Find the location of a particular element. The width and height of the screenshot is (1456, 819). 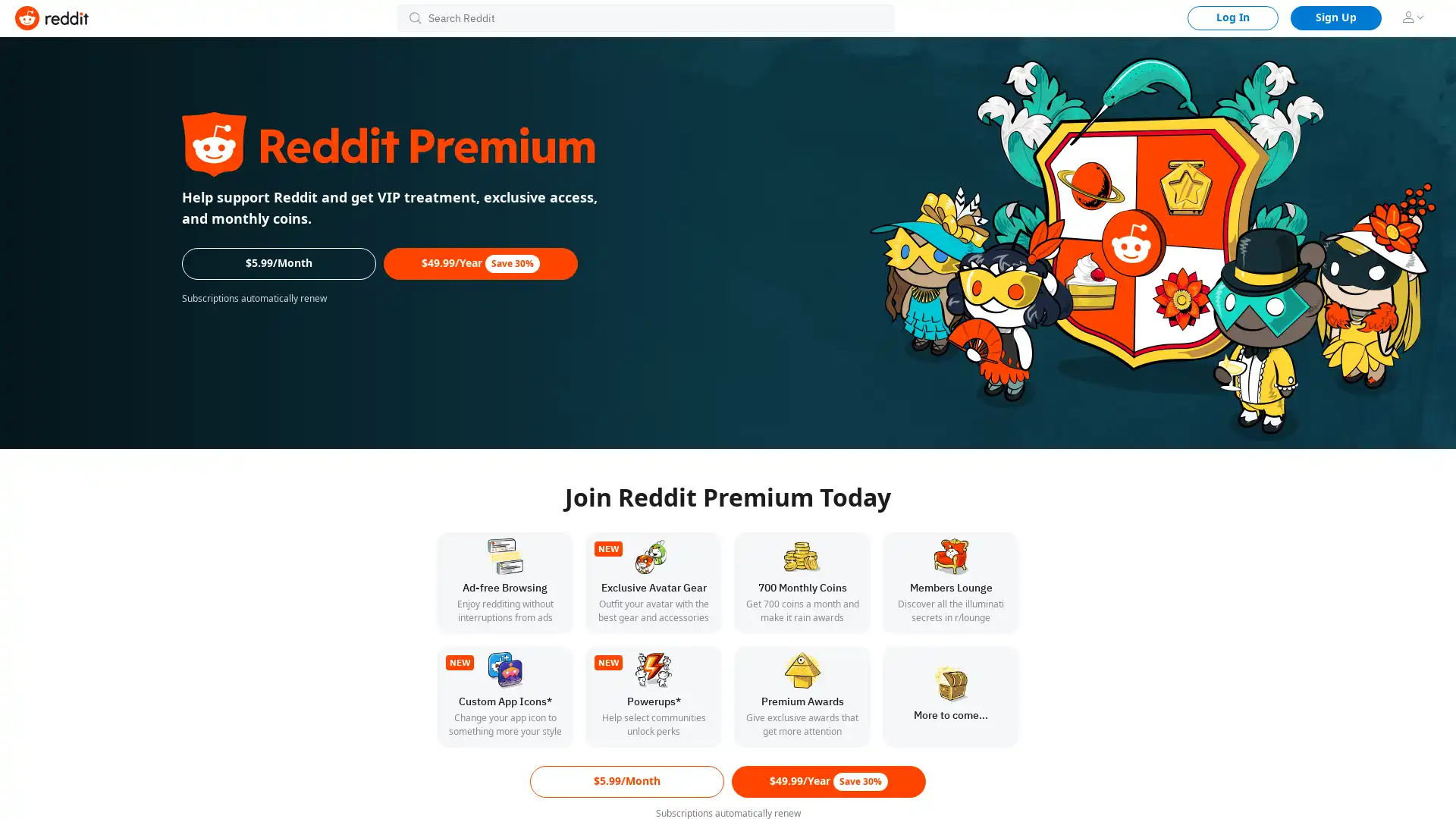

$49.99/YearSave 30% is located at coordinates (479, 262).